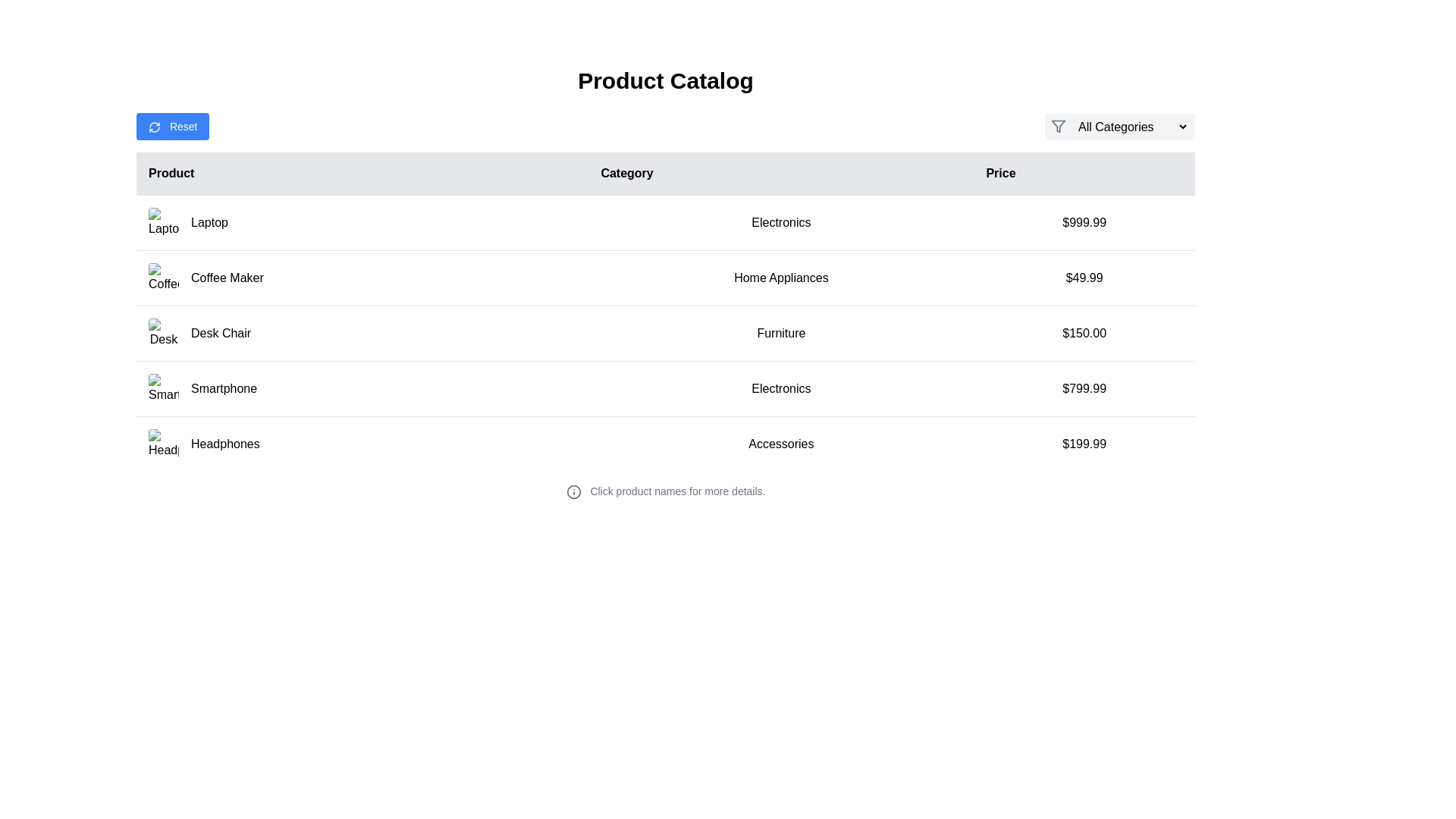  I want to click on the circular SVG element that represents an information or warning symbol, located at the center of the icon below the product listing, so click(573, 492).